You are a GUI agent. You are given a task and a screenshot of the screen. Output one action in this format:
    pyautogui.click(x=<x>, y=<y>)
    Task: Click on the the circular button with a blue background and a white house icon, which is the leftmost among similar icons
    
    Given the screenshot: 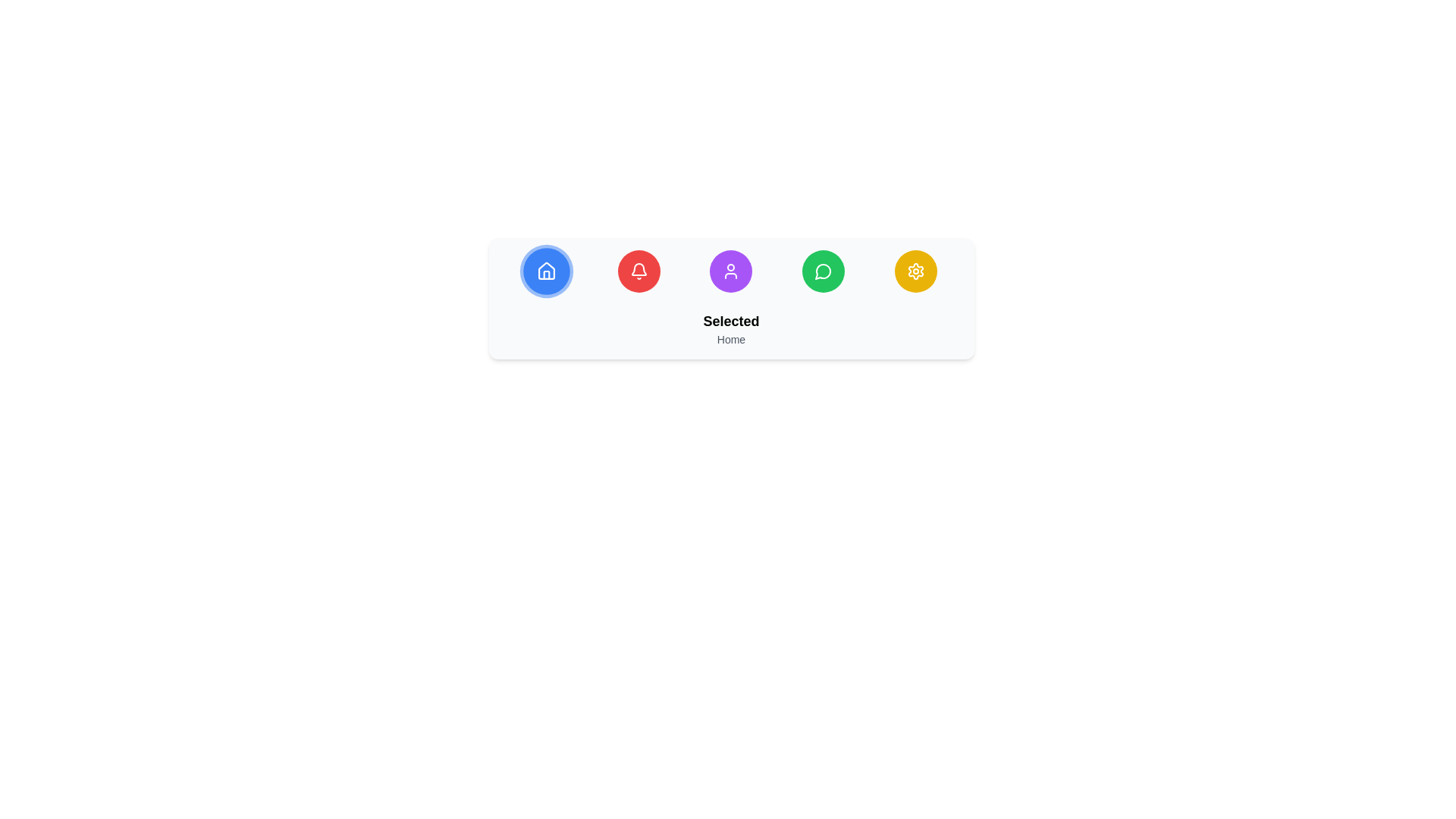 What is the action you would take?
    pyautogui.click(x=546, y=271)
    